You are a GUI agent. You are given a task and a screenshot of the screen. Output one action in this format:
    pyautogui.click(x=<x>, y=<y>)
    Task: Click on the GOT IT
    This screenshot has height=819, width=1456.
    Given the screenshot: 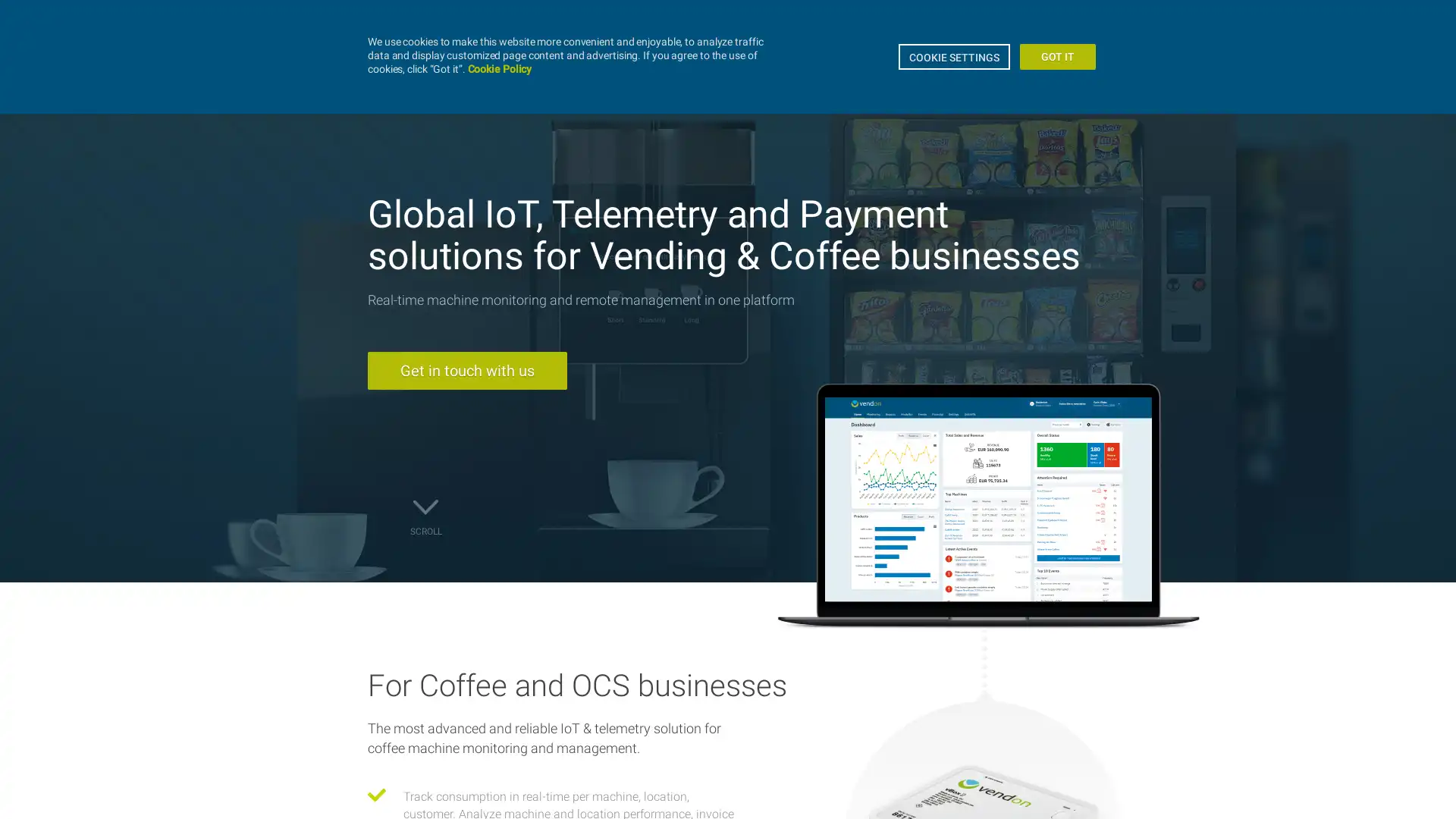 What is the action you would take?
    pyautogui.click(x=1056, y=55)
    